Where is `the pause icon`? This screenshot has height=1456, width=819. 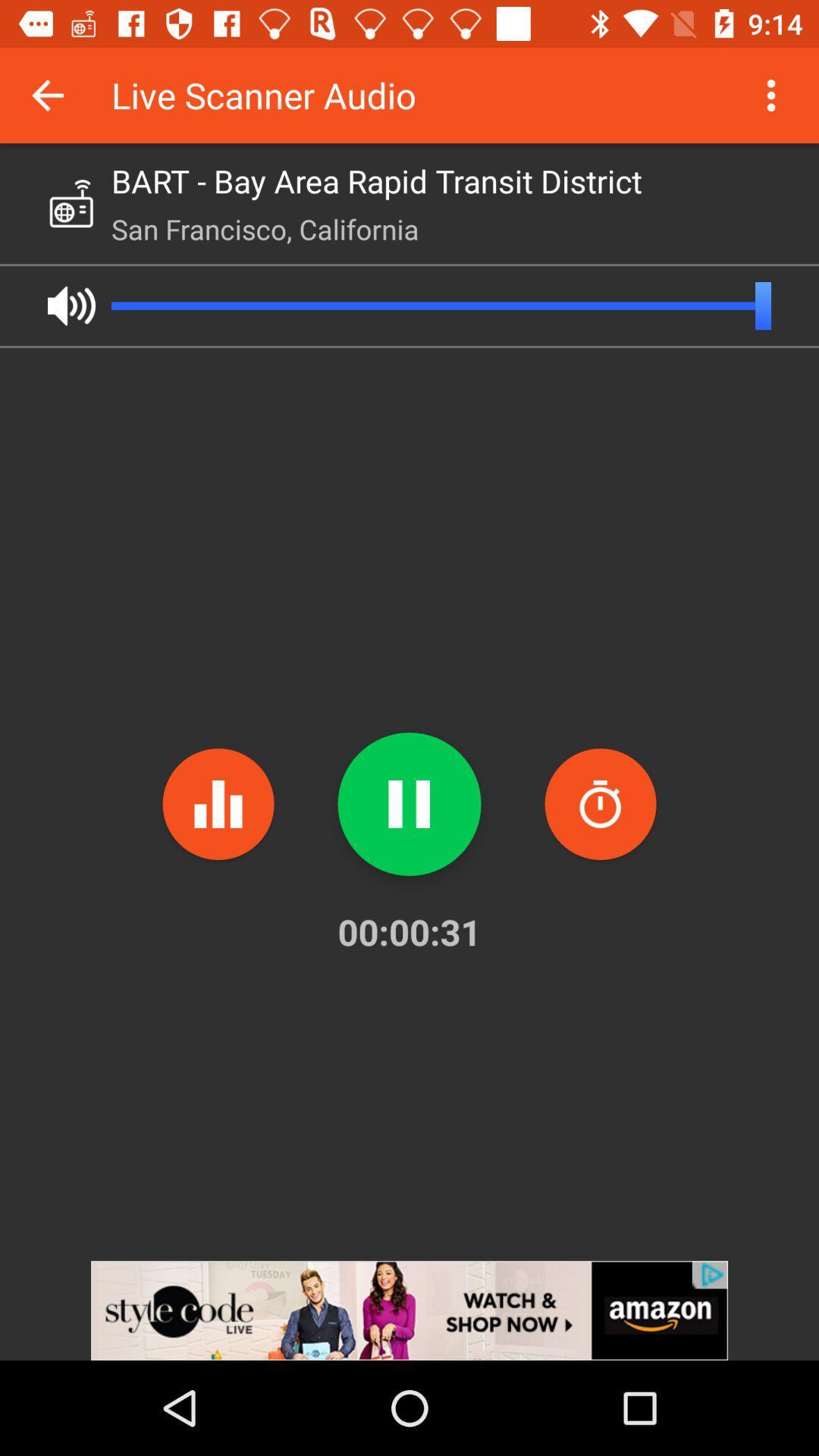
the pause icon is located at coordinates (218, 803).